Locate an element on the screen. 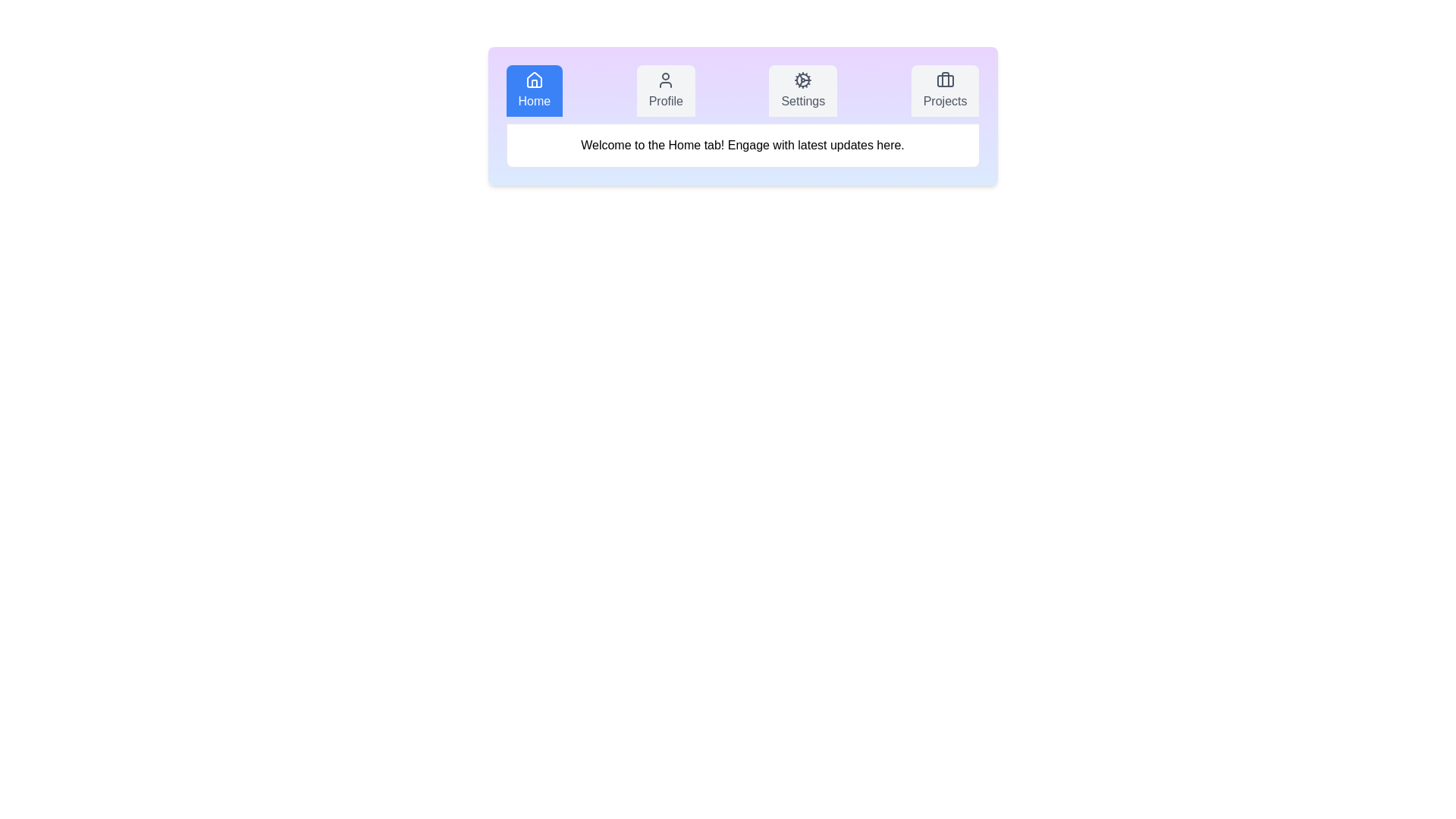 The height and width of the screenshot is (819, 1456). SVG rectangle element styled as part of a briefcase icon located in the rightmost section of the navigation bar labeled 'Projects' using developer tools is located at coordinates (944, 81).